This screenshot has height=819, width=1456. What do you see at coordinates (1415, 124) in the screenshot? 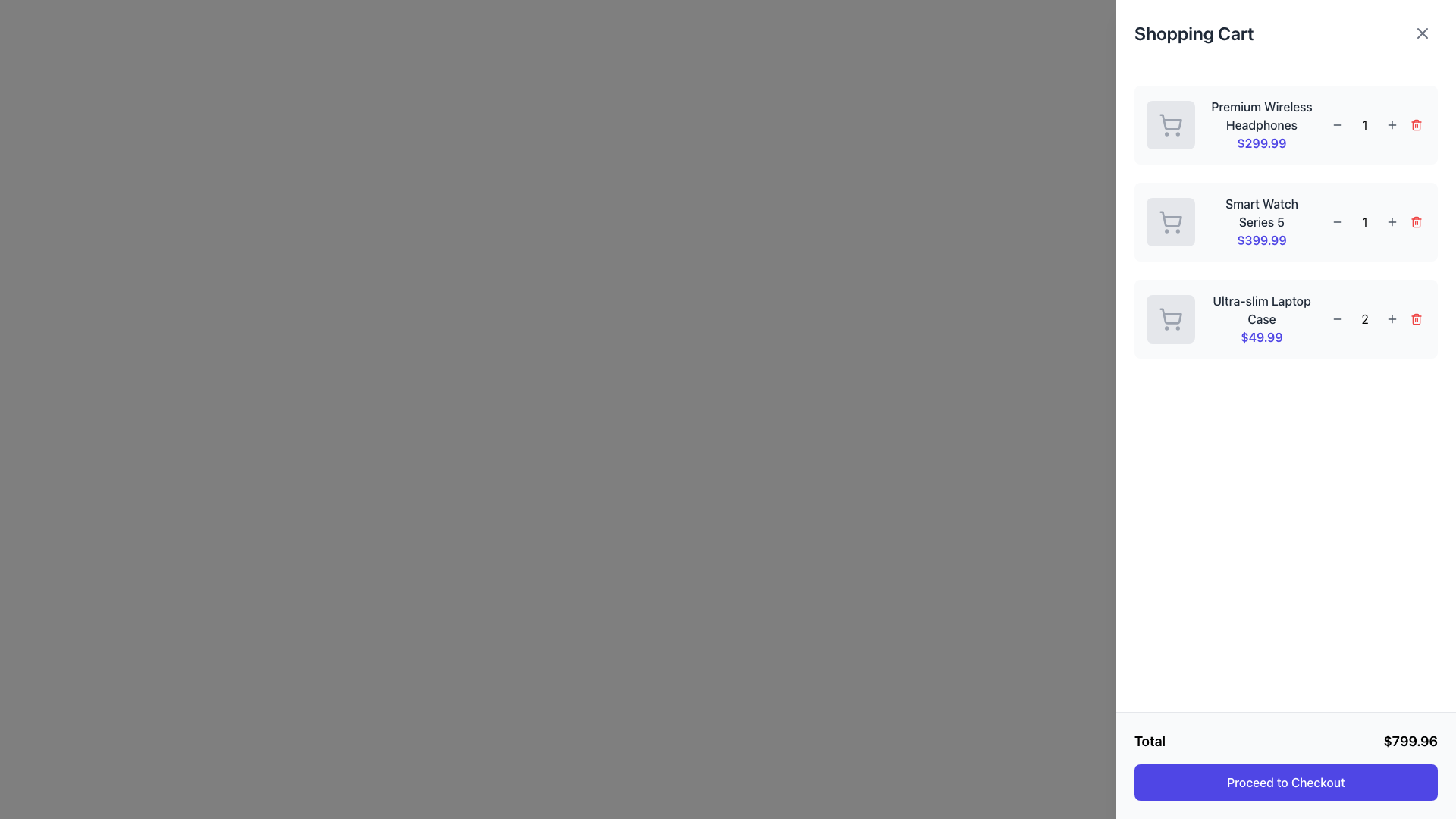
I see `the delete button located at the far right of the controls for 'Premium Wireless Headphones'` at bounding box center [1415, 124].